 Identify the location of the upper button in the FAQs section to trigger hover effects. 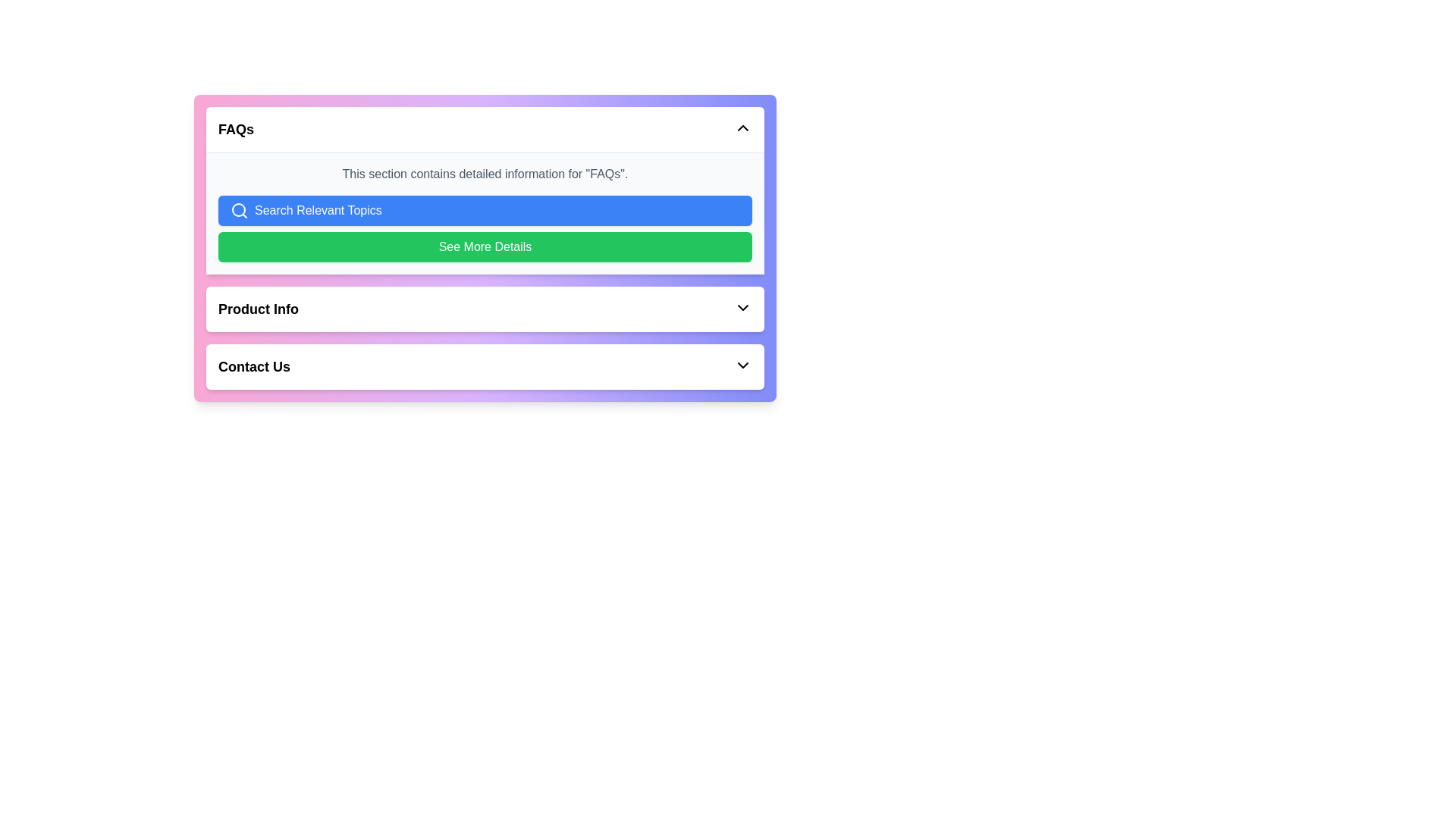
(484, 213).